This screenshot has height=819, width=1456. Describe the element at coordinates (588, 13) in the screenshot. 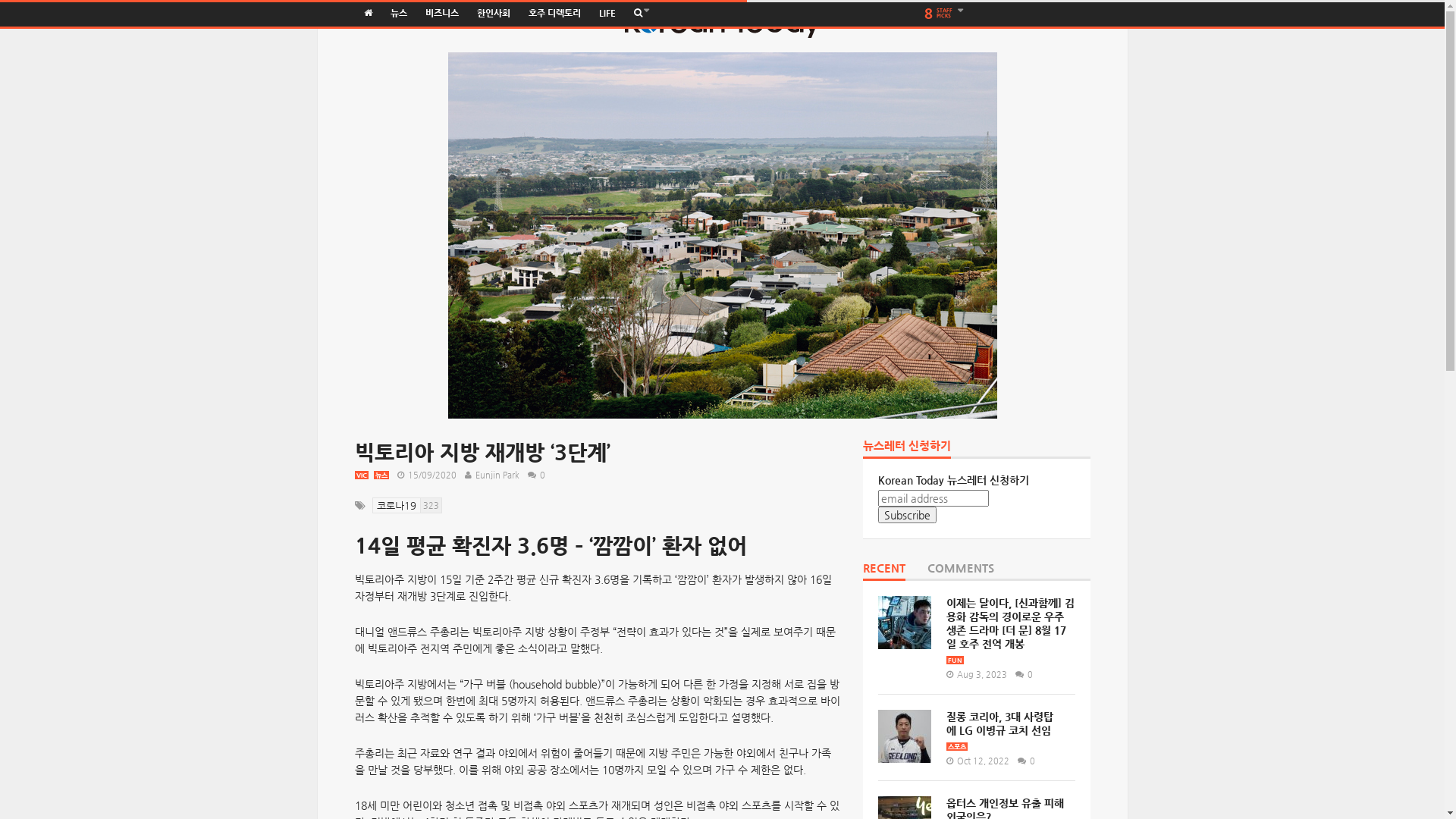

I see `'LIFE'` at that location.